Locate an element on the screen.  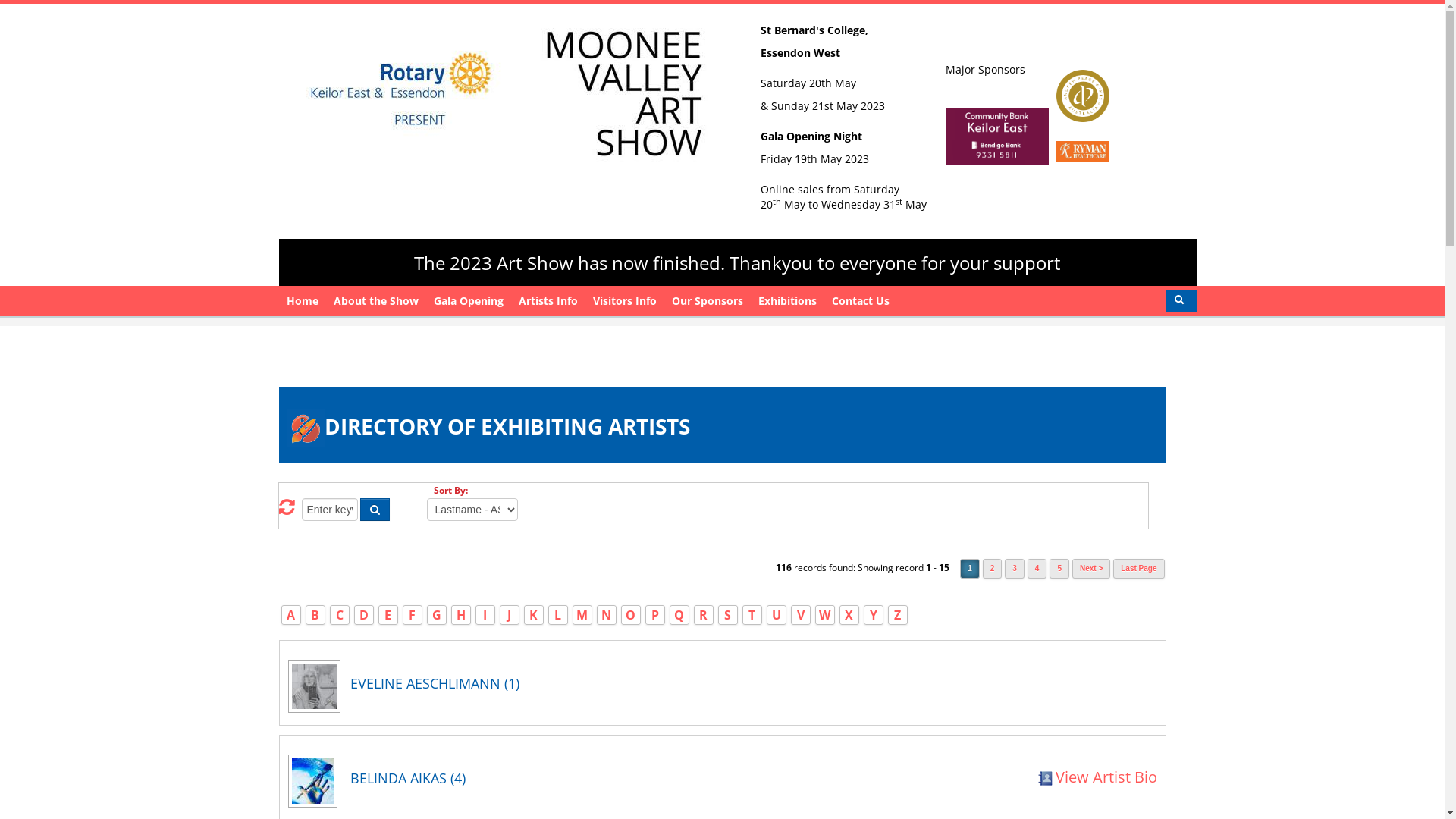
'Last Page' is located at coordinates (1138, 568).